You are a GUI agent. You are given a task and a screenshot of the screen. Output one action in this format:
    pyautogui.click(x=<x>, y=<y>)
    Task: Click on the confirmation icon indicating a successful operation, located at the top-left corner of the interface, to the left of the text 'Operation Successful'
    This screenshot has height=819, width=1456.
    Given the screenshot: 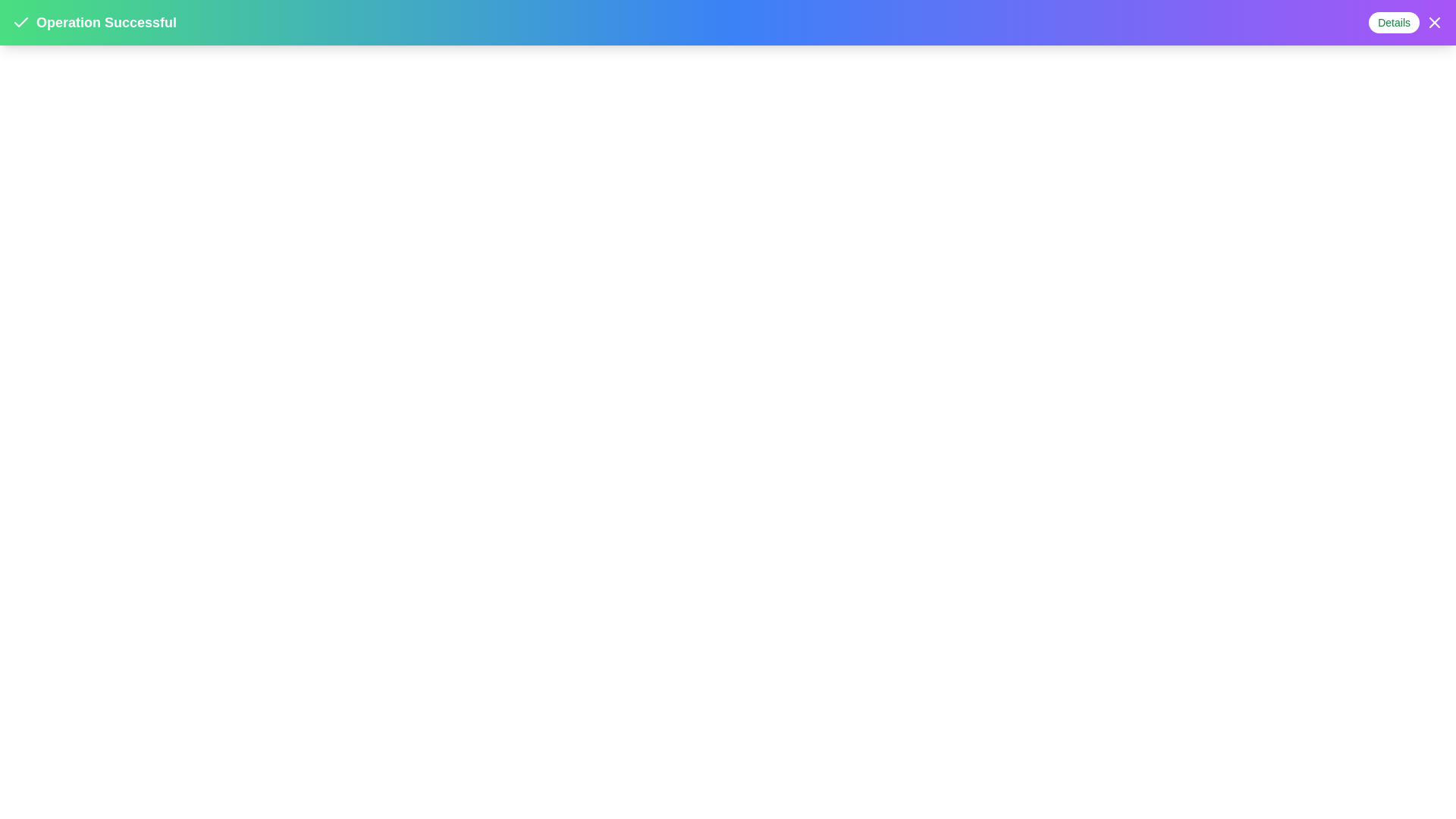 What is the action you would take?
    pyautogui.click(x=21, y=23)
    